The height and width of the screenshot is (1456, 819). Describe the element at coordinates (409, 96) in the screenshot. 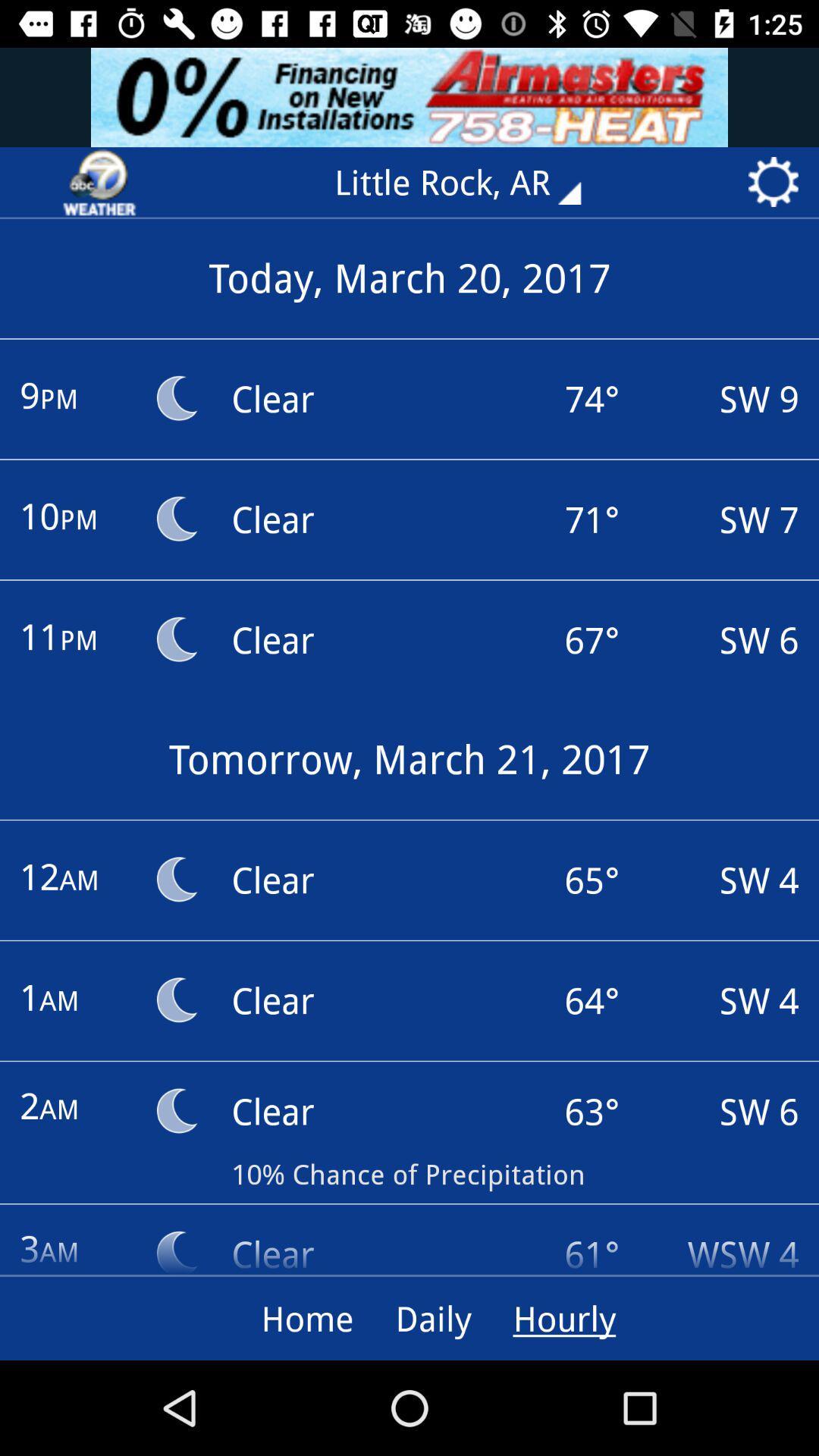

I see `access advertisement` at that location.